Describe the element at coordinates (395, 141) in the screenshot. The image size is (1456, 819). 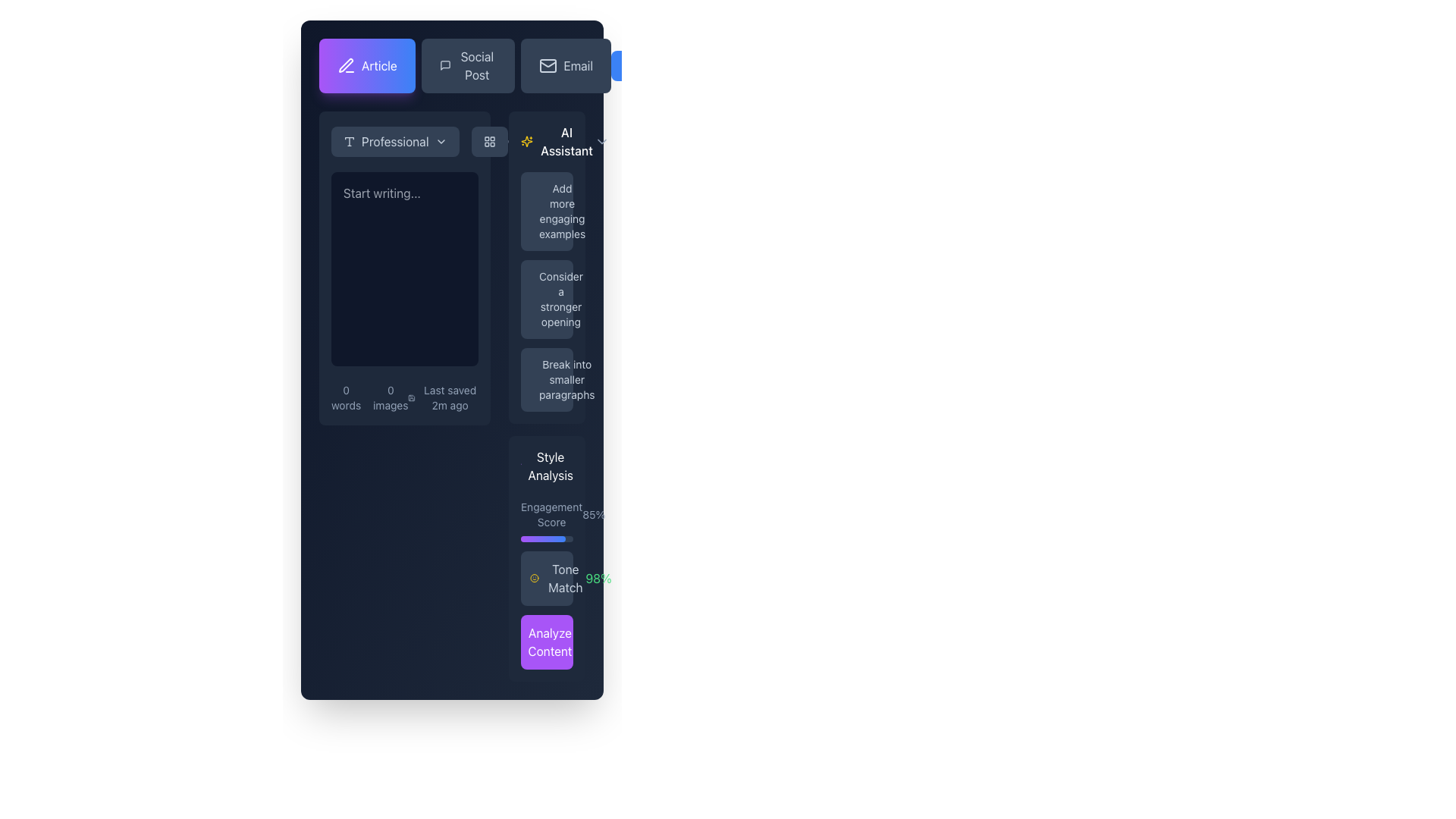
I see `the 'Professional' dropdown menu button located in the upper-left corner of the panel` at that location.